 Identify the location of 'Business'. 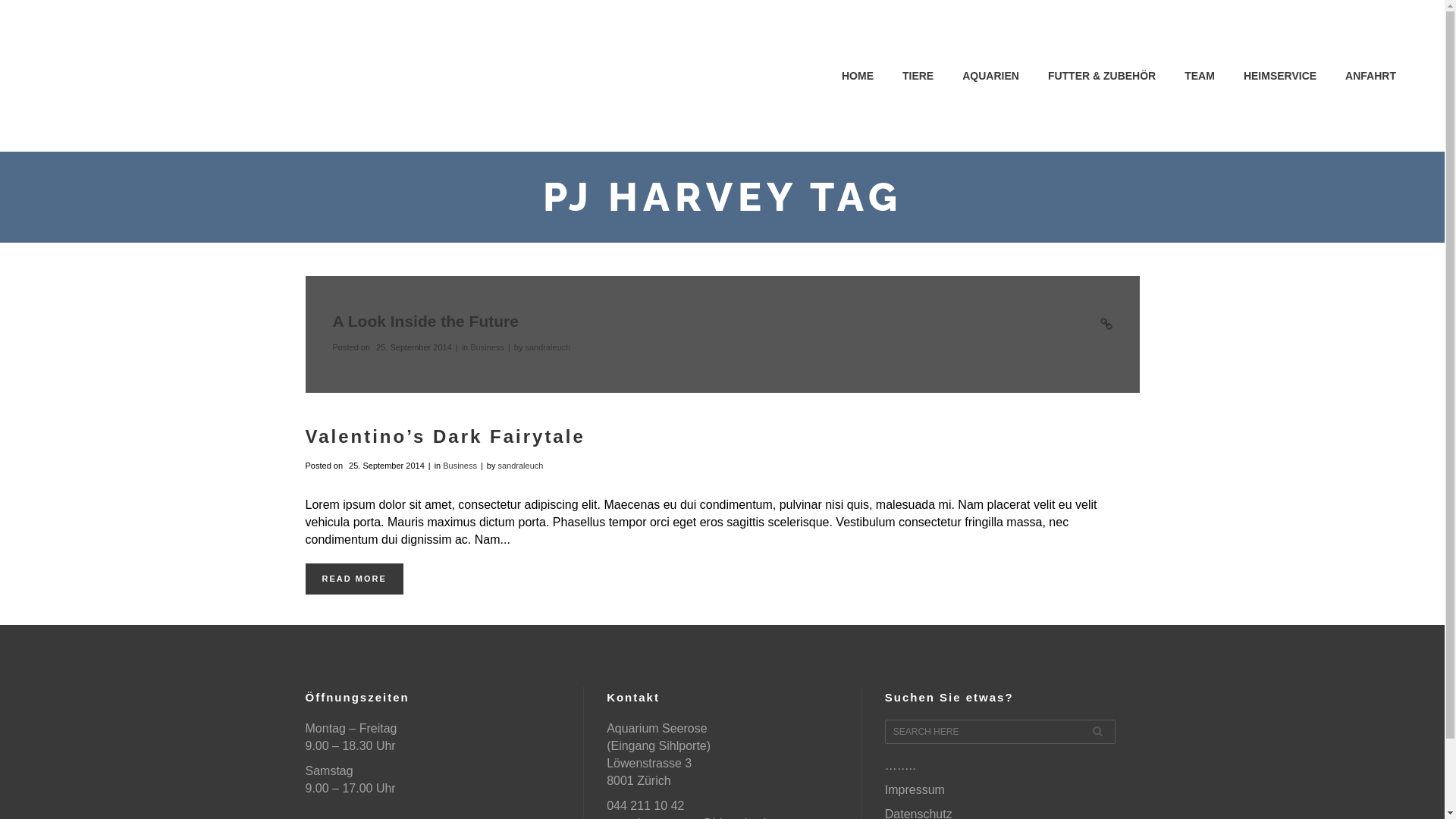
(487, 347).